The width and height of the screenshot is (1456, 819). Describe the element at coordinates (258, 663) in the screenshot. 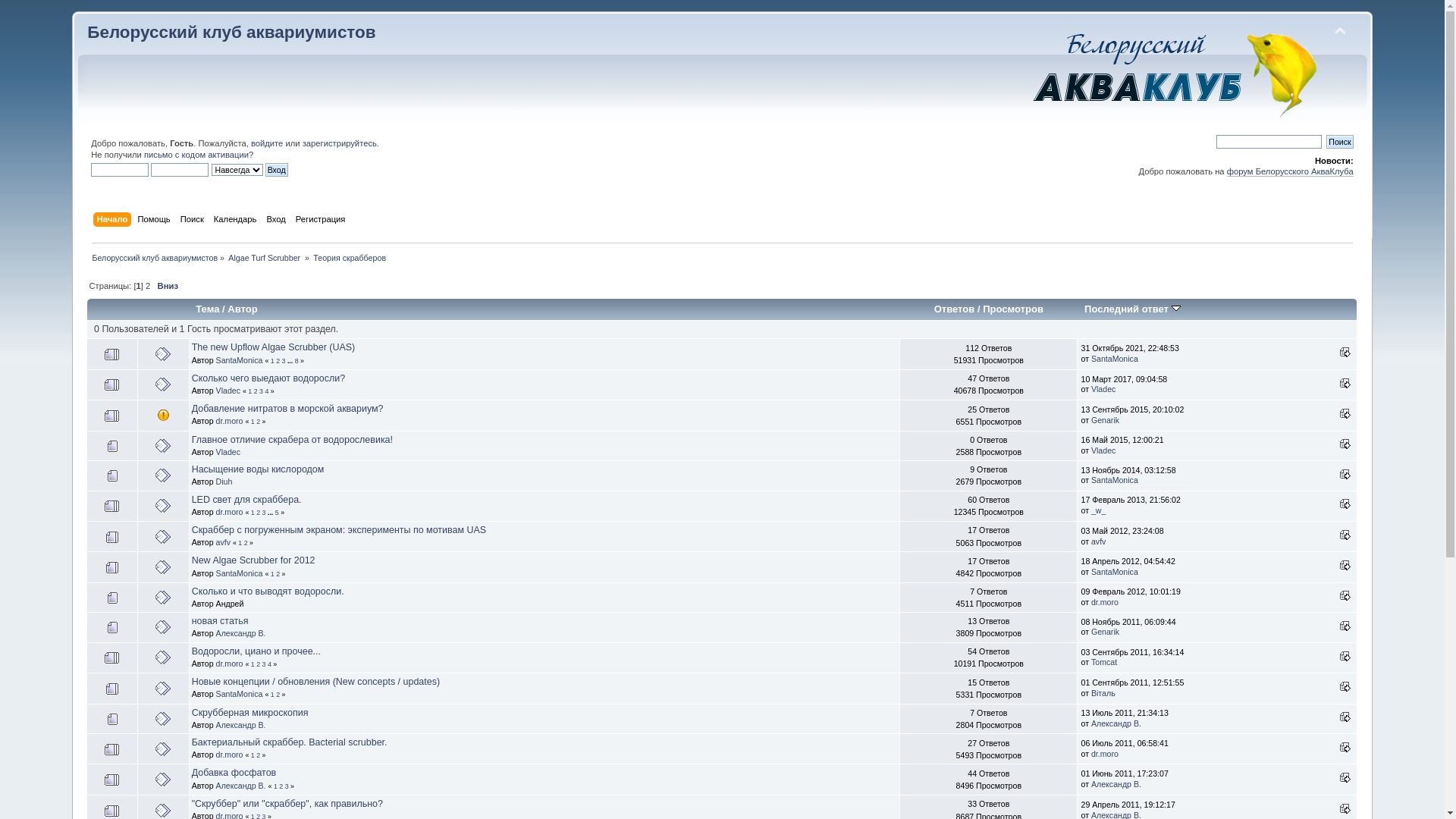

I see `'2'` at that location.